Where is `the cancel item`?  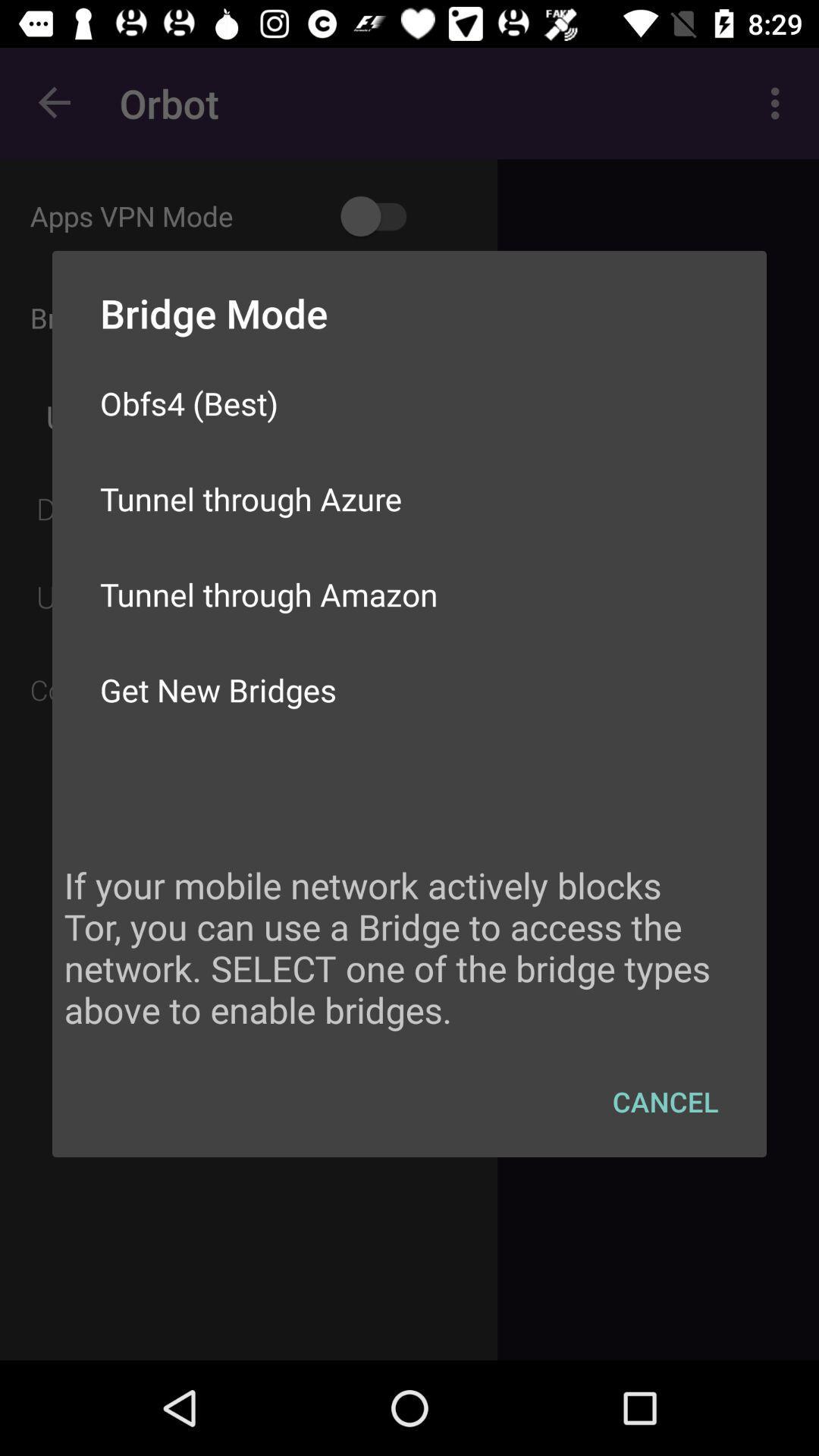
the cancel item is located at coordinates (664, 1101).